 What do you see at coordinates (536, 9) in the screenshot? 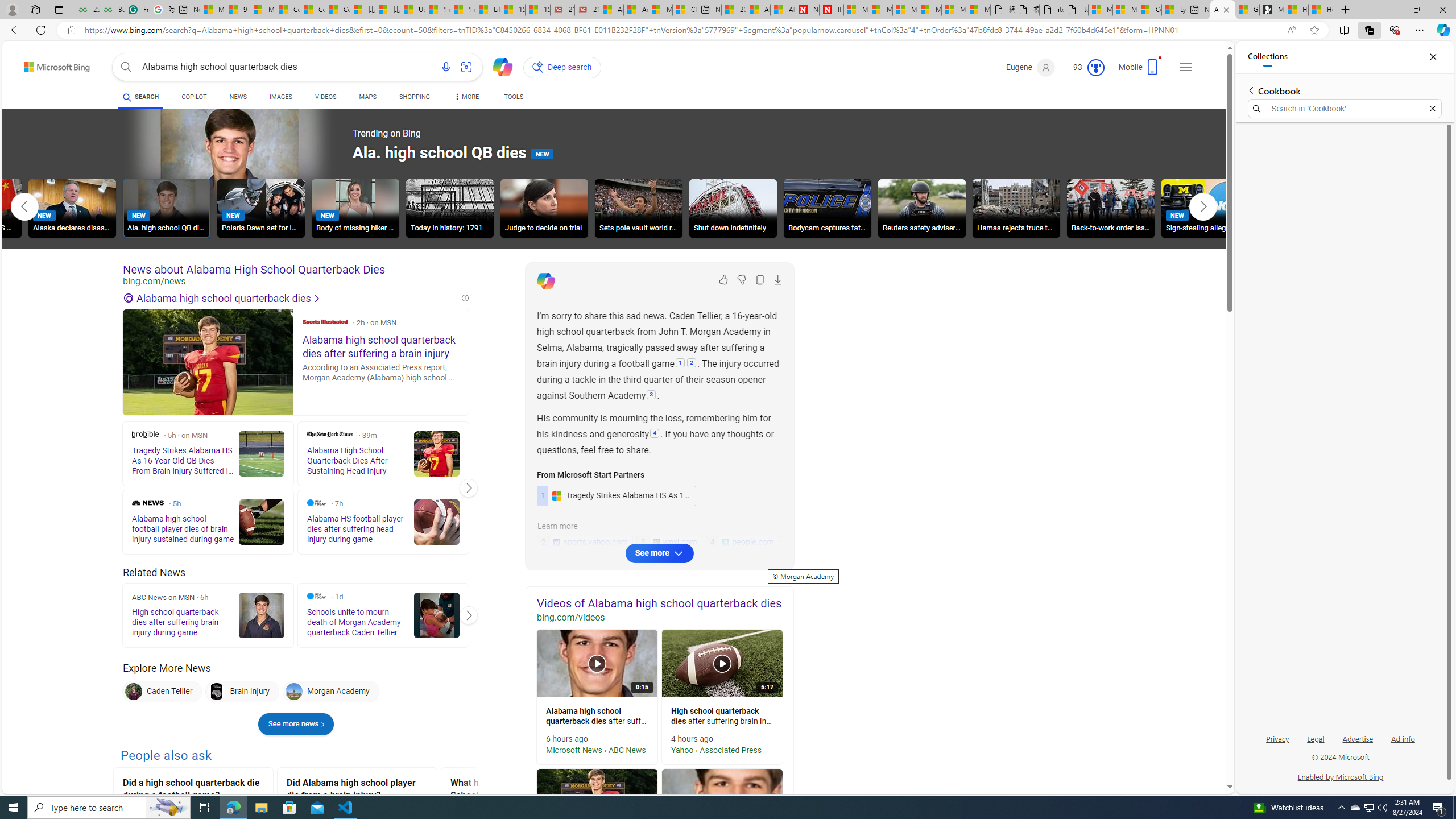
I see `'15 Ways Modern Life Contradicts the Teachings of Jesus'` at bounding box center [536, 9].